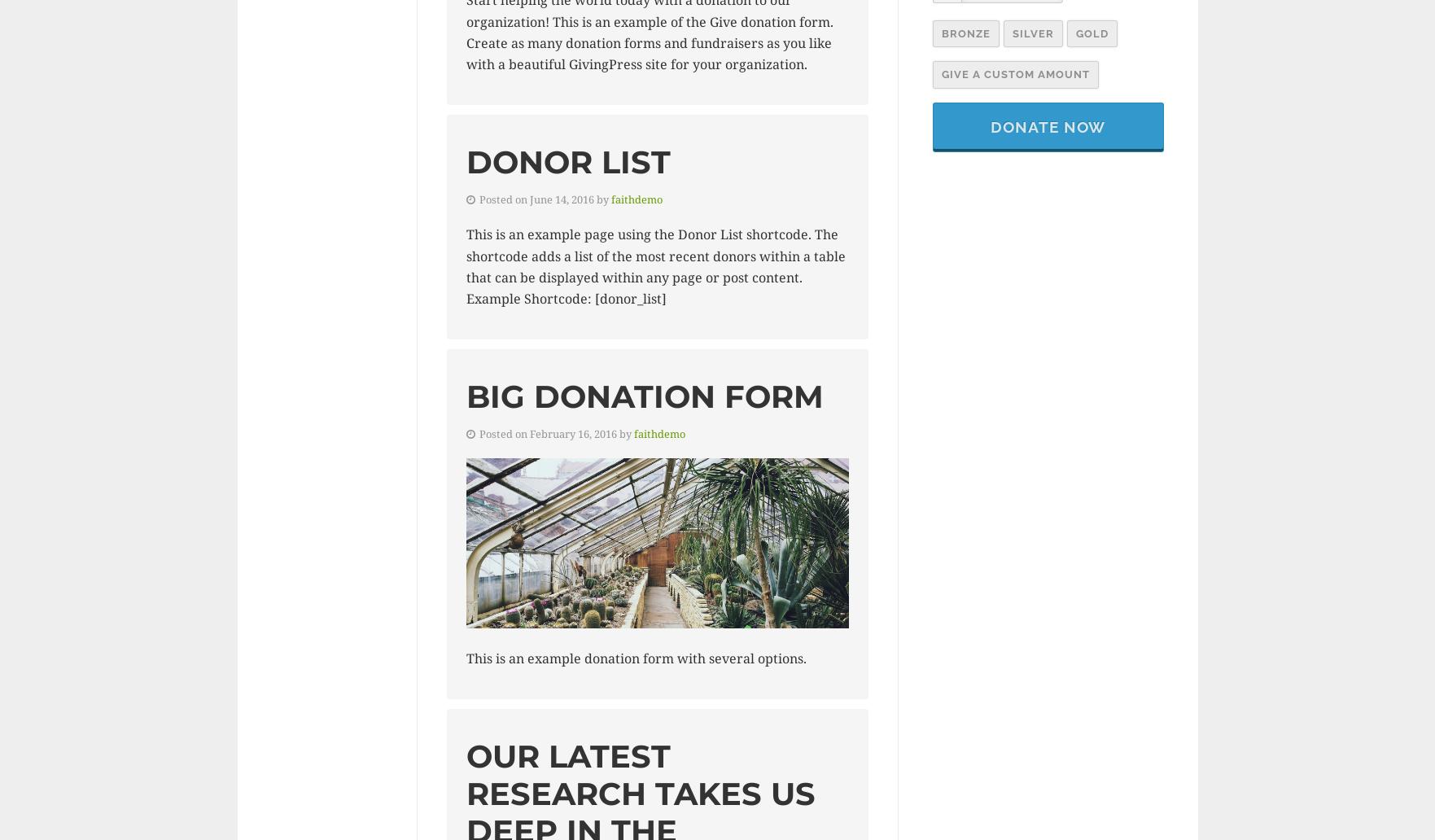 The image size is (1435, 840). Describe the element at coordinates (644, 395) in the screenshot. I see `'Big Donation Form'` at that location.